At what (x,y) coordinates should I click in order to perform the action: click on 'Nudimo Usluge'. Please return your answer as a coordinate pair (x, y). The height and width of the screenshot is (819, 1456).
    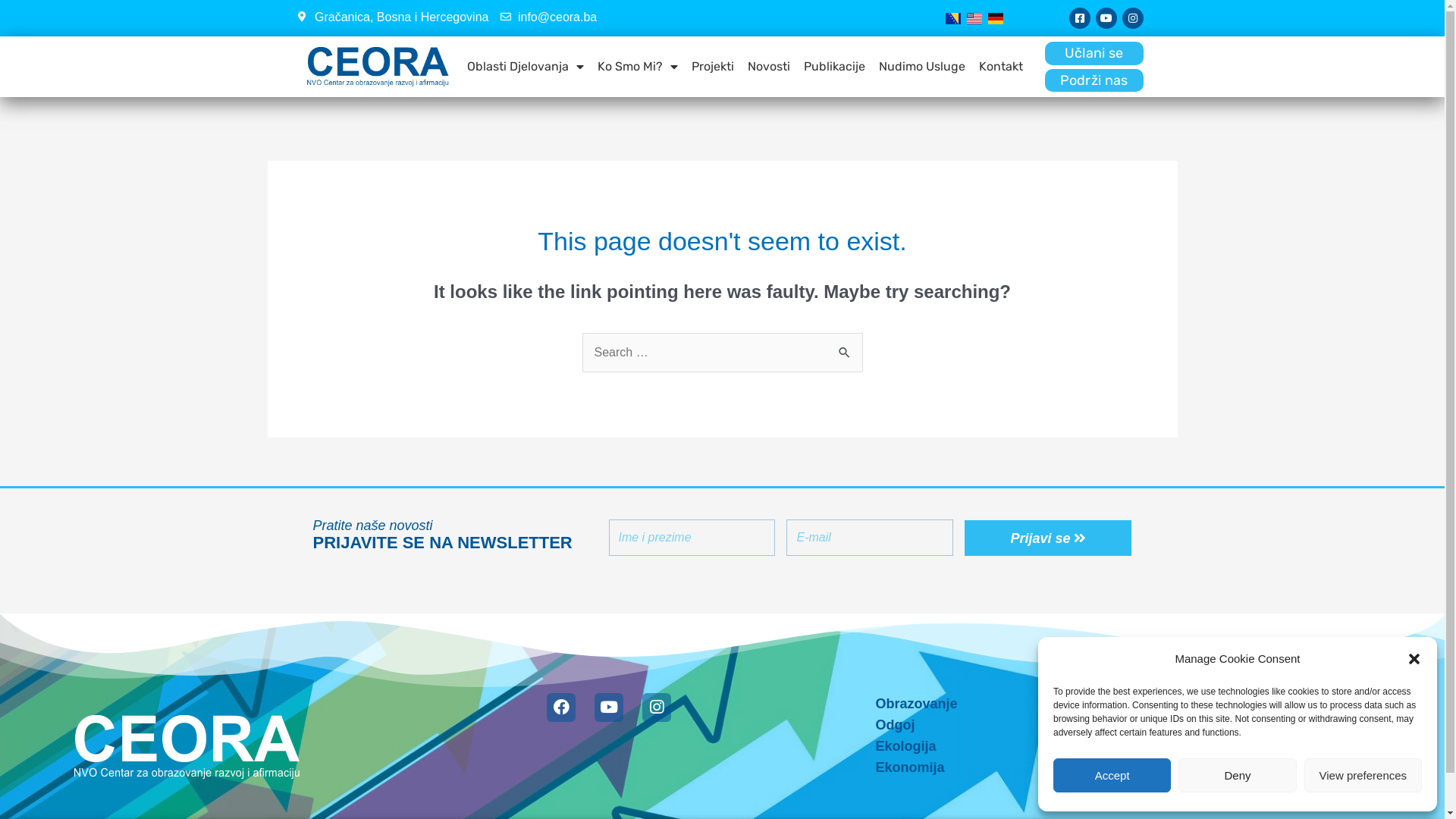
    Looking at the image, I should click on (921, 66).